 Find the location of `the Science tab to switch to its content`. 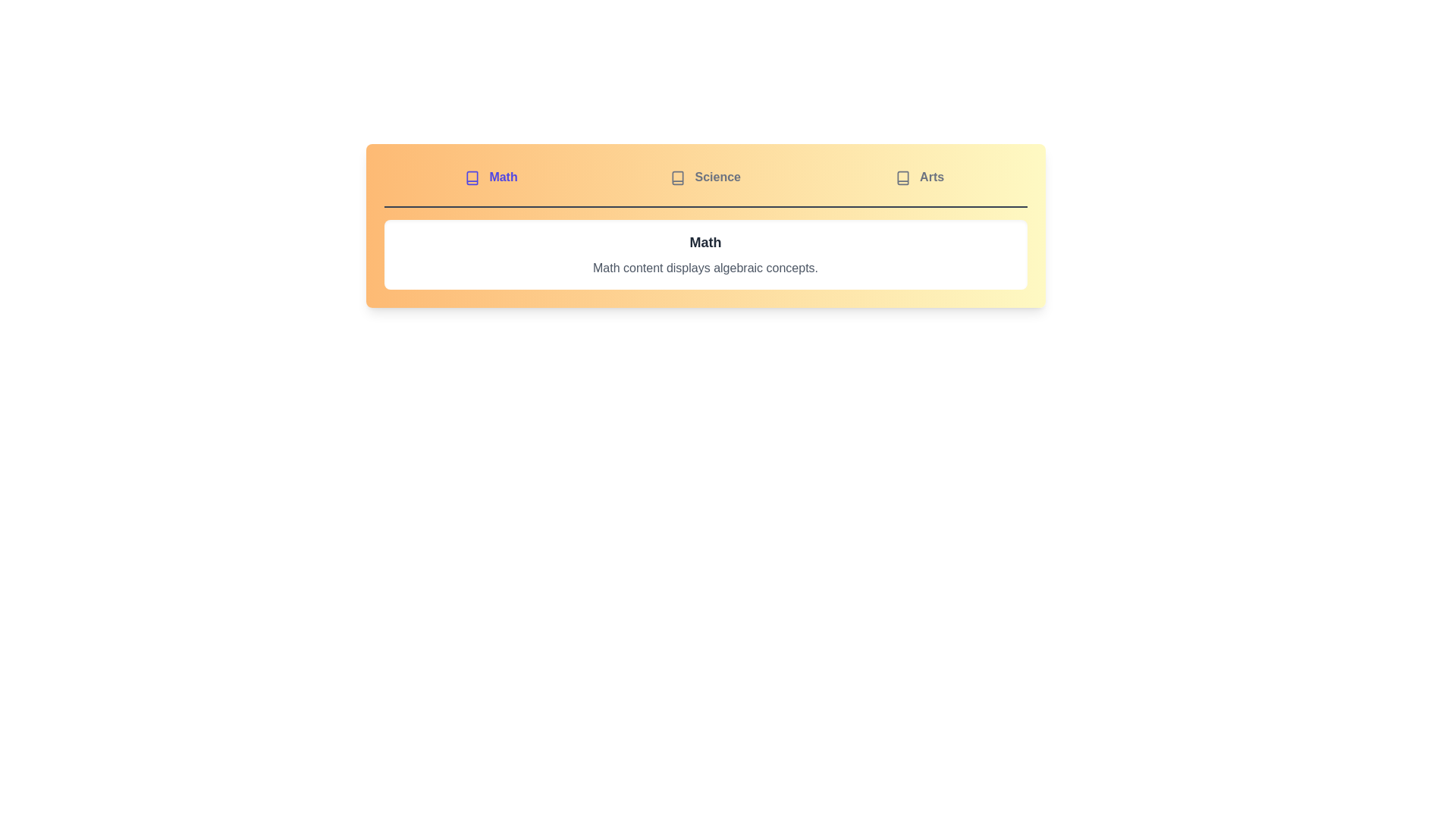

the Science tab to switch to its content is located at coordinates (704, 177).